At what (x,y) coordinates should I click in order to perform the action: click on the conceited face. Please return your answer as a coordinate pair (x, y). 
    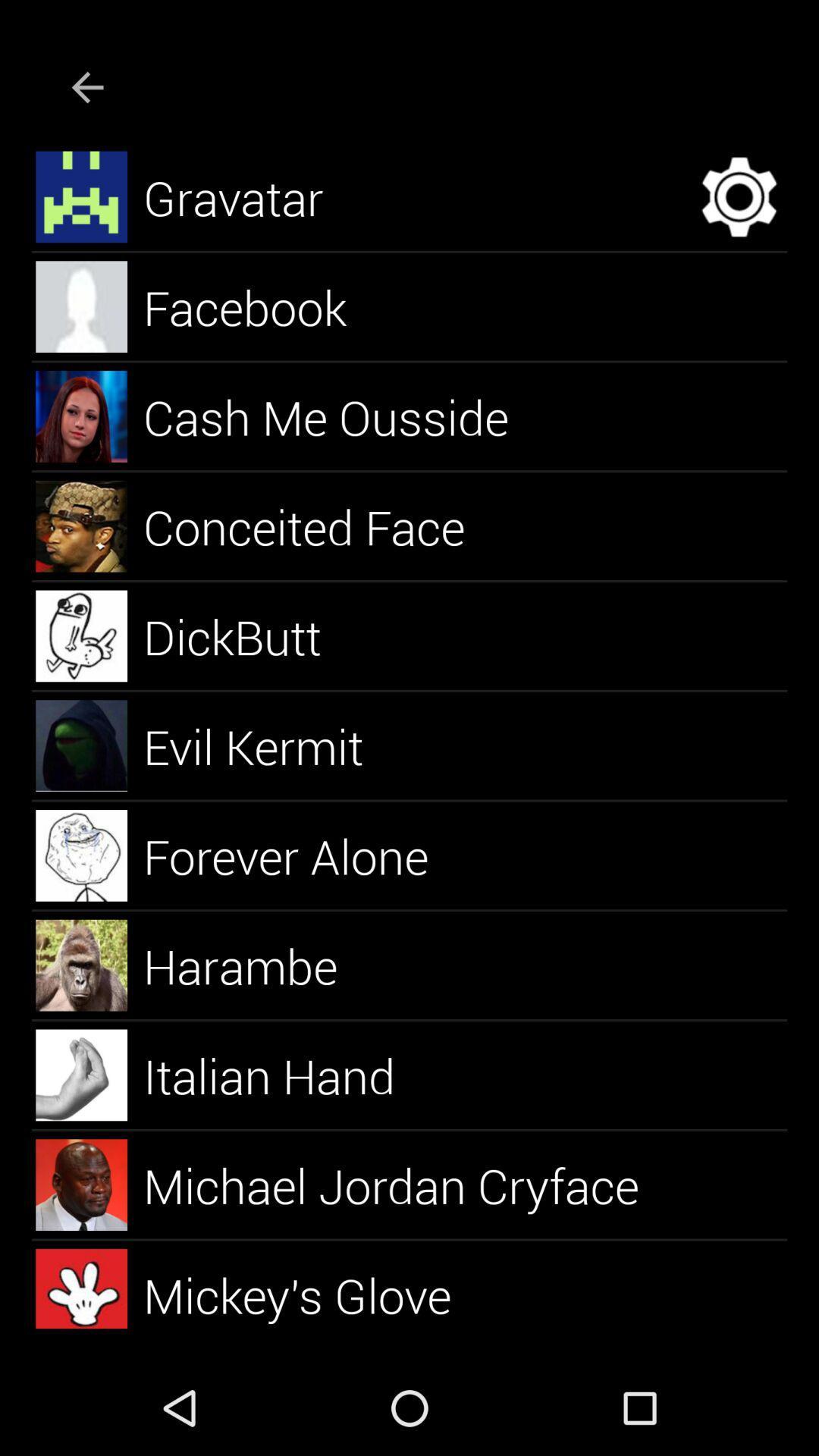
    Looking at the image, I should click on (321, 526).